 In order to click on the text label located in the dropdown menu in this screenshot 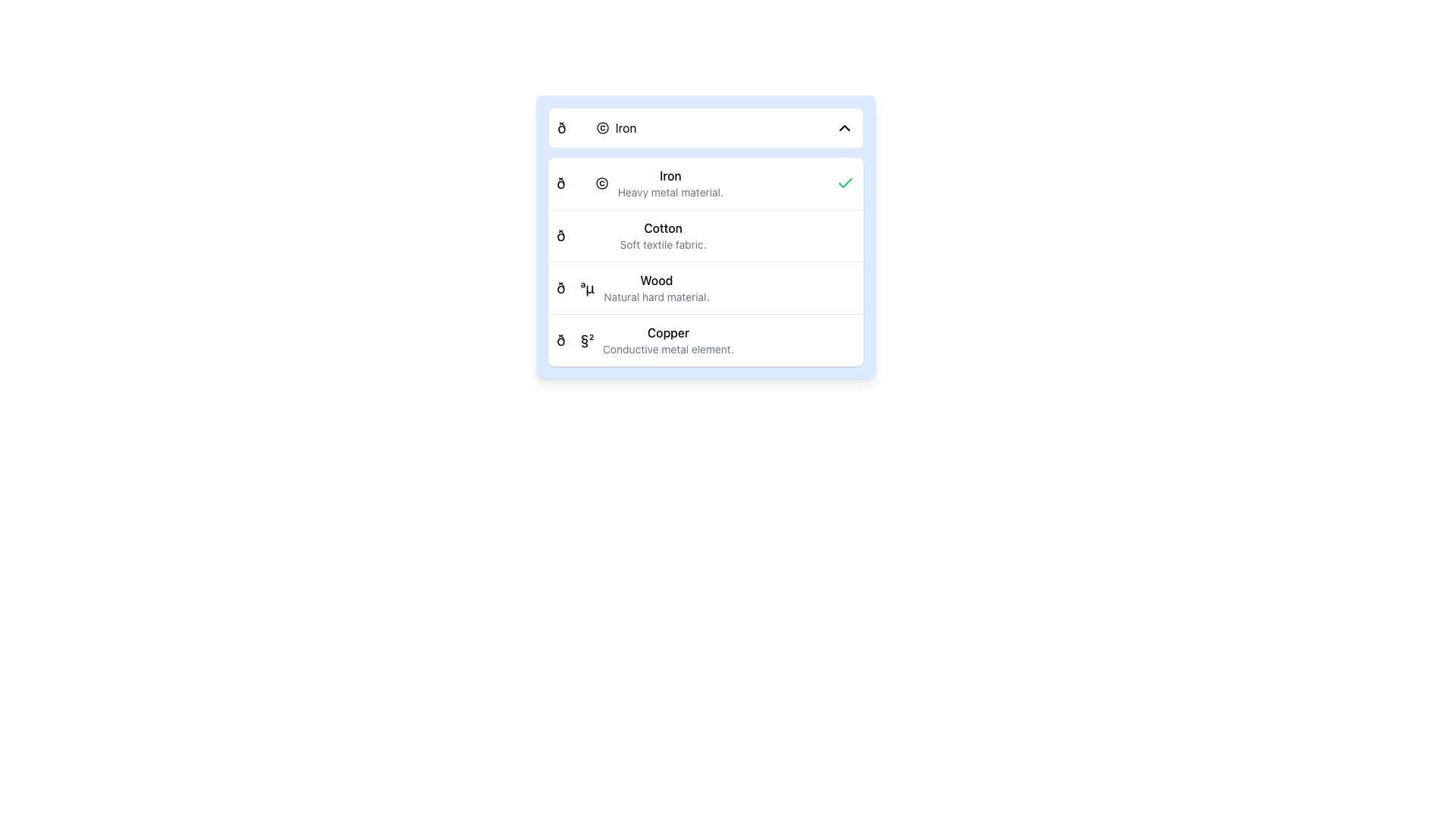, I will do `click(626, 127)`.